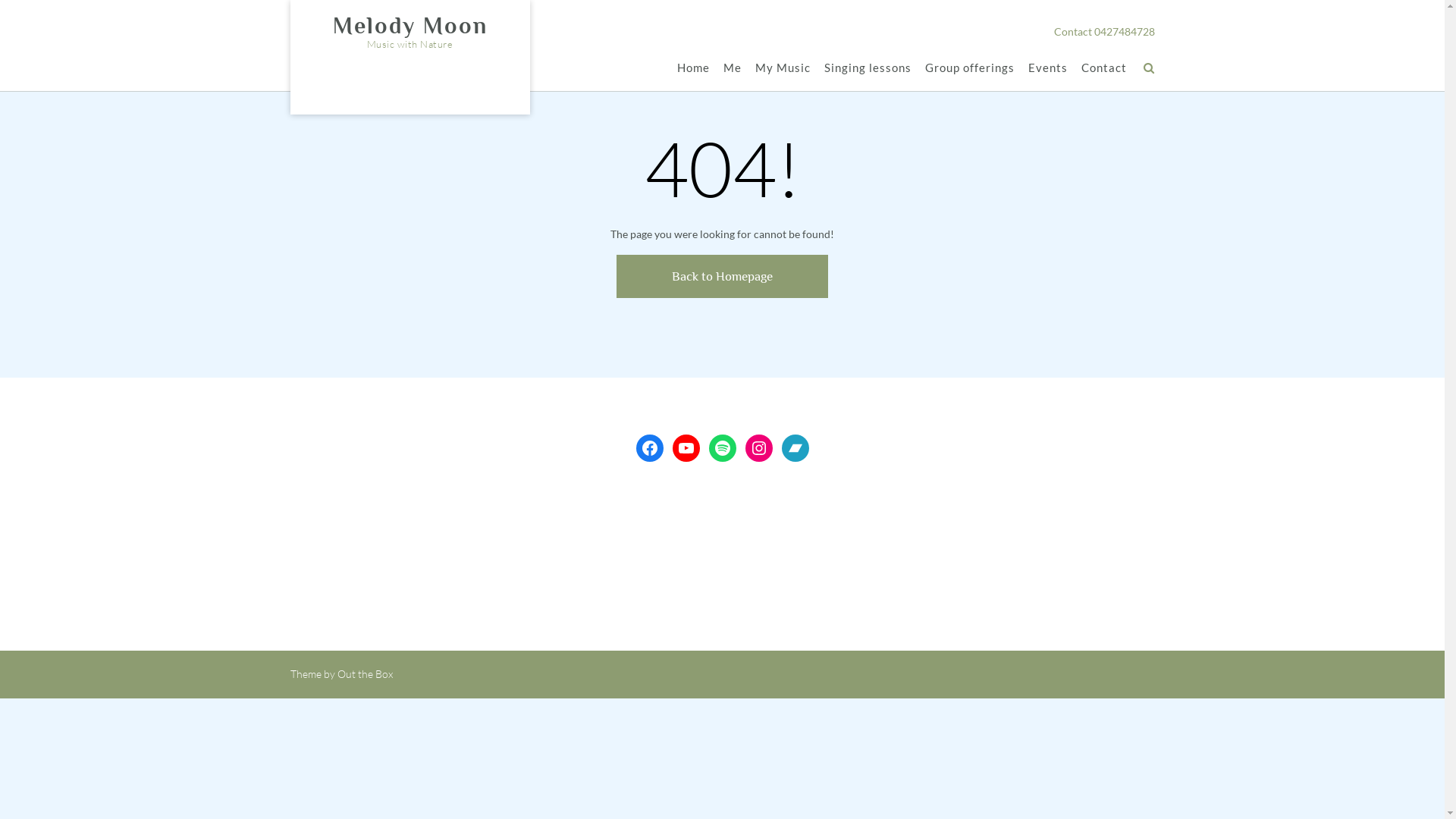 This screenshot has height=819, width=1456. What do you see at coordinates (635, 447) in the screenshot?
I see `'Facebook'` at bounding box center [635, 447].